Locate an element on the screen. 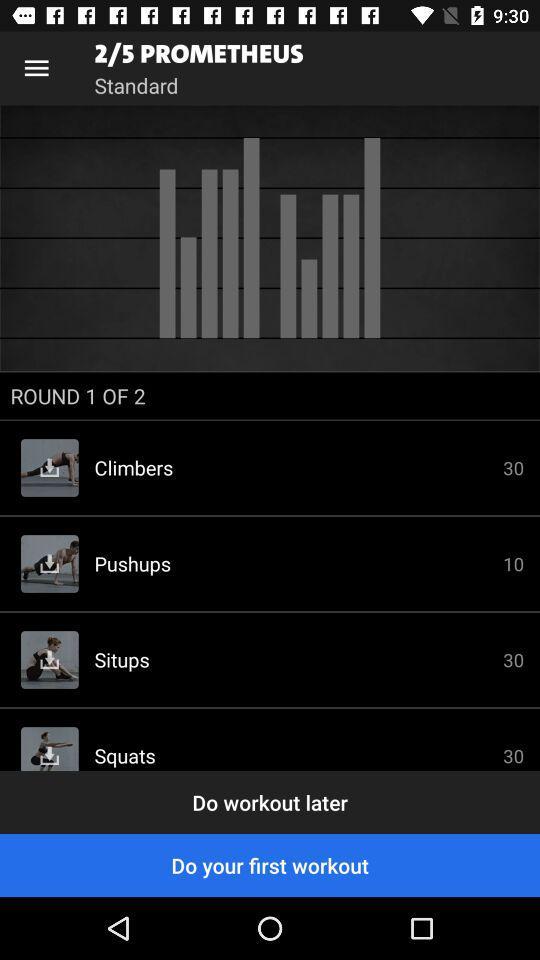 The height and width of the screenshot is (960, 540). the do your first item is located at coordinates (270, 864).